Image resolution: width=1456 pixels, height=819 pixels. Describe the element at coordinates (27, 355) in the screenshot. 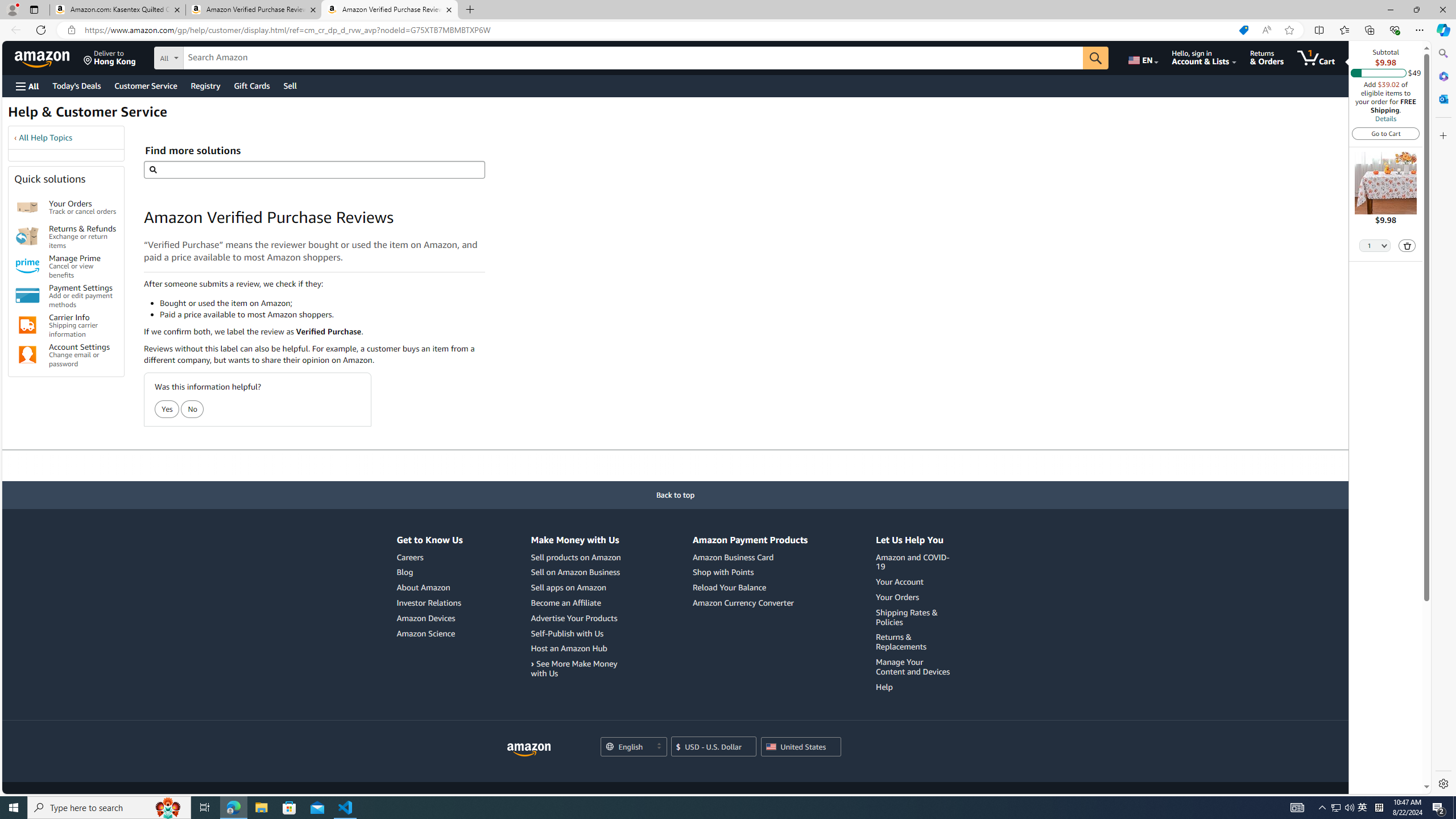

I see `'Account Settings'` at that location.